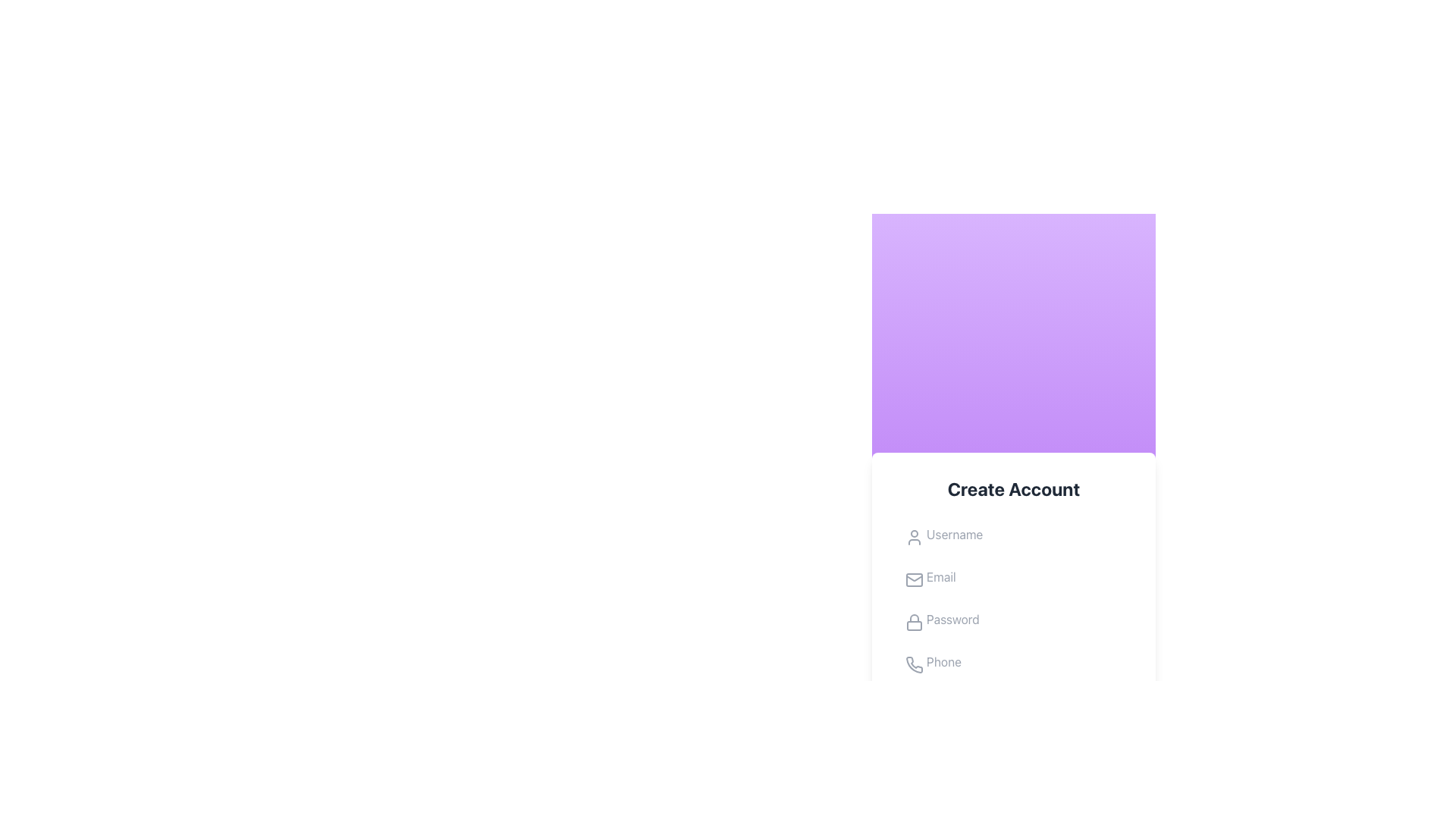 Image resolution: width=1456 pixels, height=819 pixels. What do you see at coordinates (913, 664) in the screenshot?
I see `the phone number icon located to the left of the 'Phone' input field in the lower part of the form component` at bounding box center [913, 664].